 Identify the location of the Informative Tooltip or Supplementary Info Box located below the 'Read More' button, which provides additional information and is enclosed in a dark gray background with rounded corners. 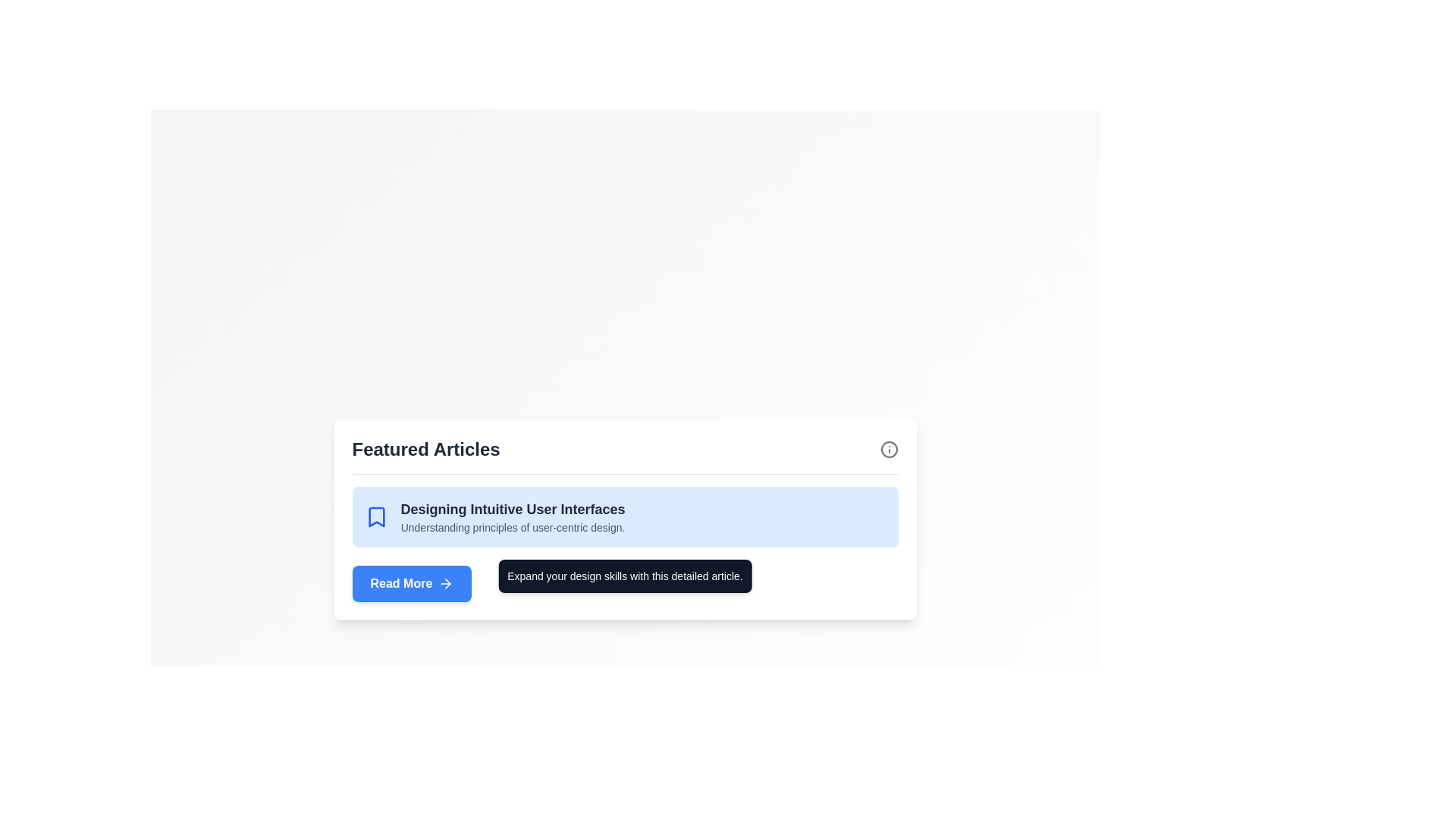
(625, 576).